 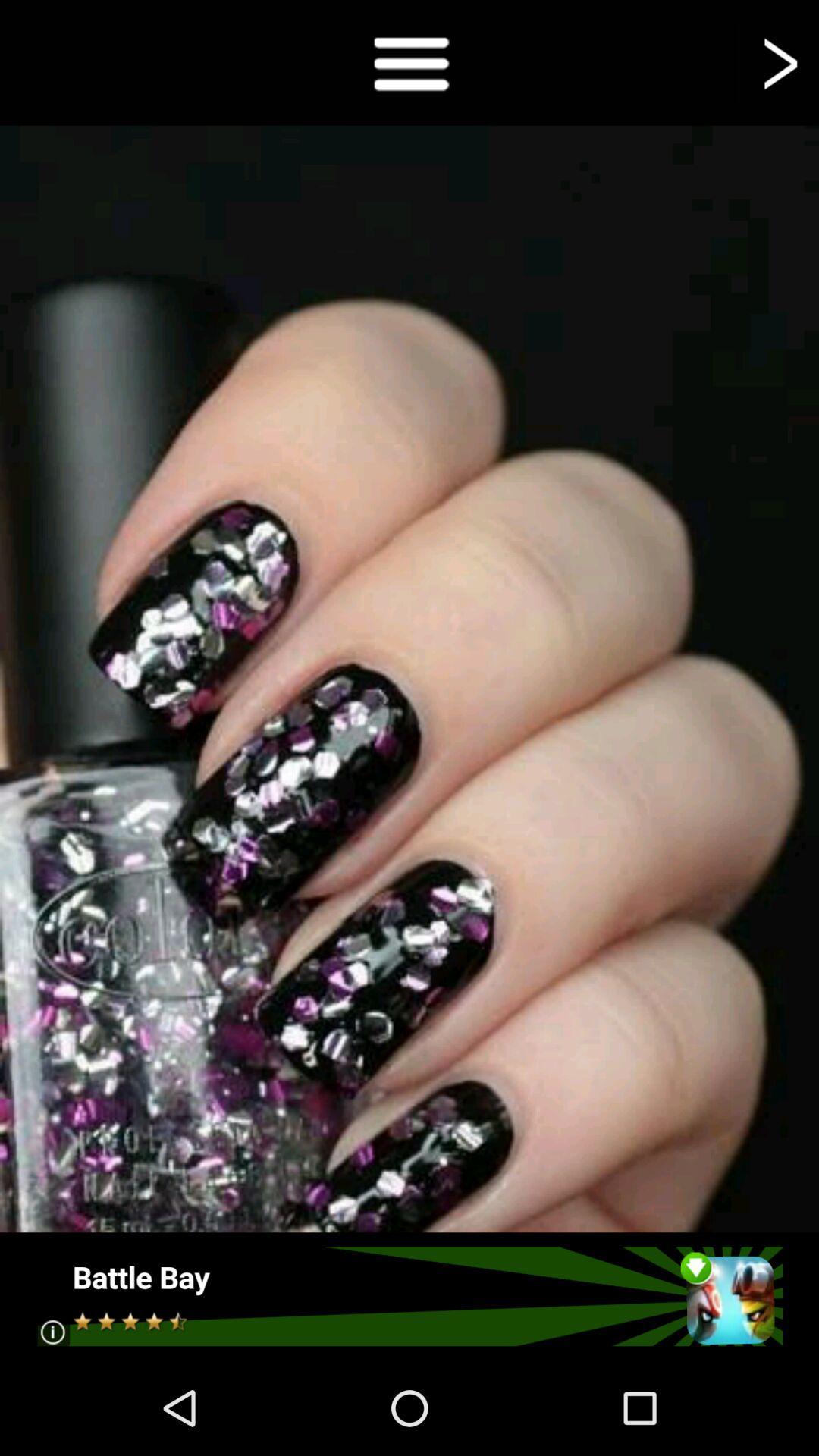 What do you see at coordinates (408, 1295) in the screenshot?
I see `icon at the bottom` at bounding box center [408, 1295].